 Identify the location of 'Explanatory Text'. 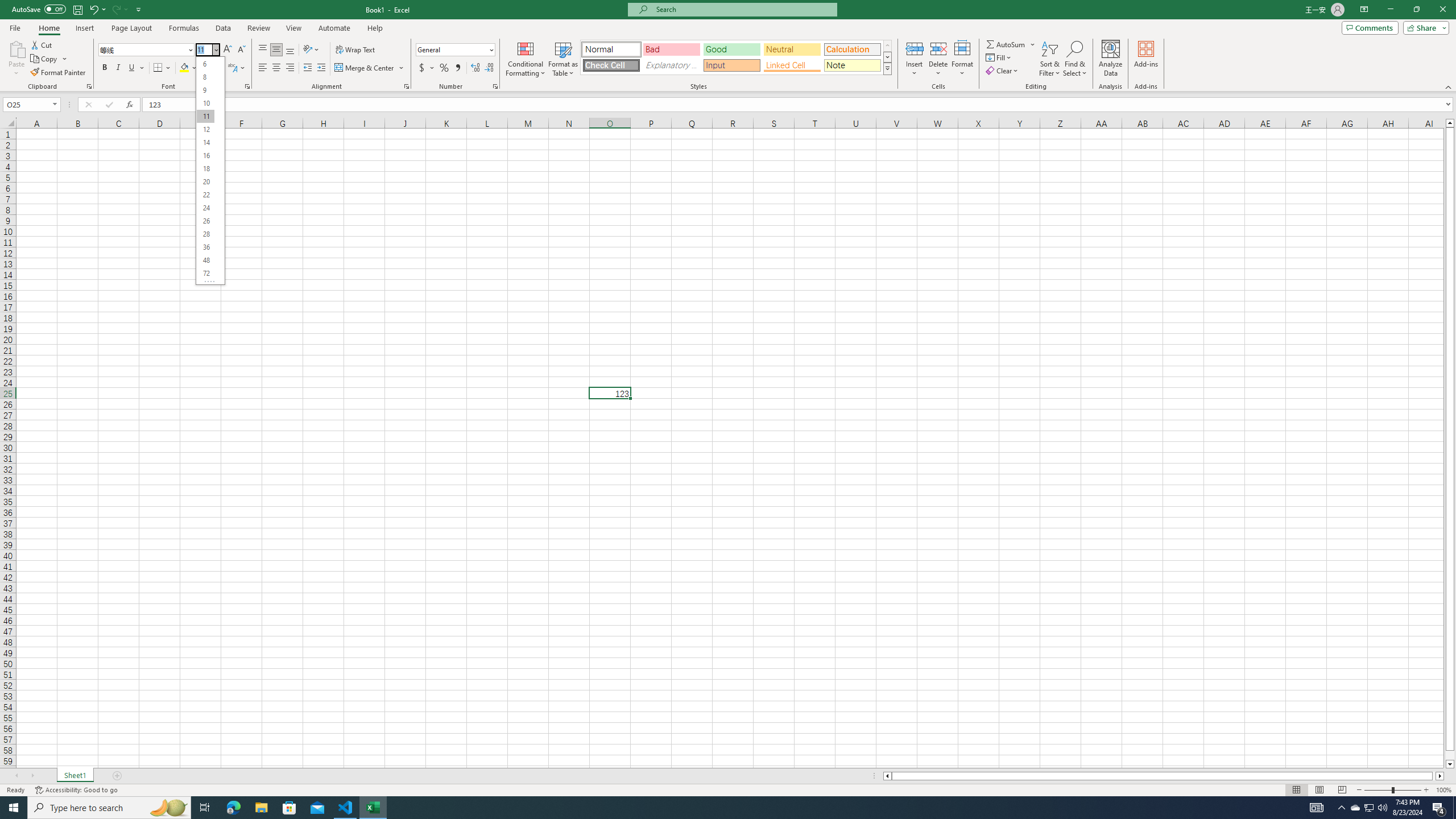
(672, 65).